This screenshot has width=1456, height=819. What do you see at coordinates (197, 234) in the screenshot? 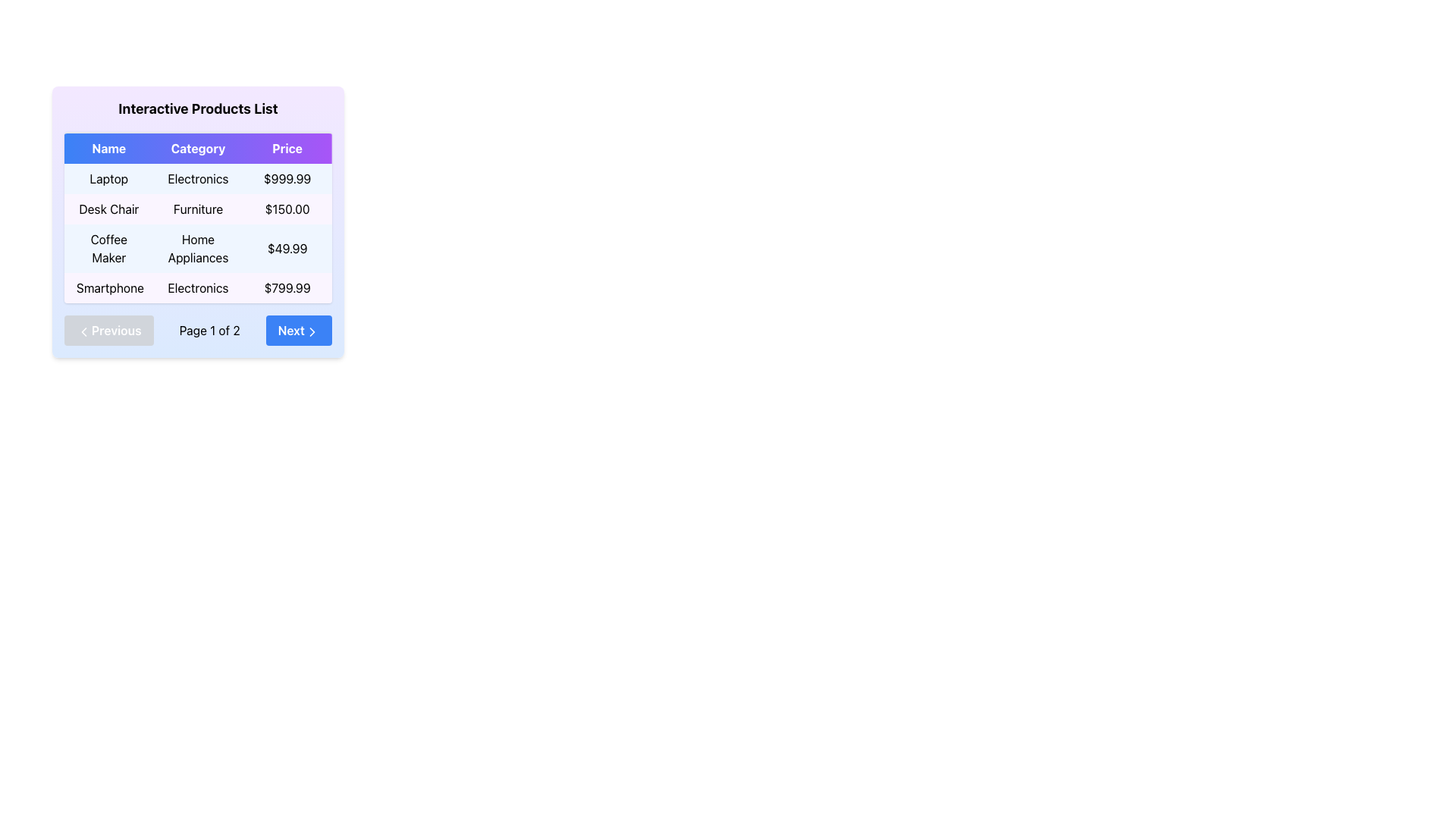
I see `the third row of the product listing table displaying 'Coffee Maker', 'Home Appliances', and '$49.99'` at bounding box center [197, 234].